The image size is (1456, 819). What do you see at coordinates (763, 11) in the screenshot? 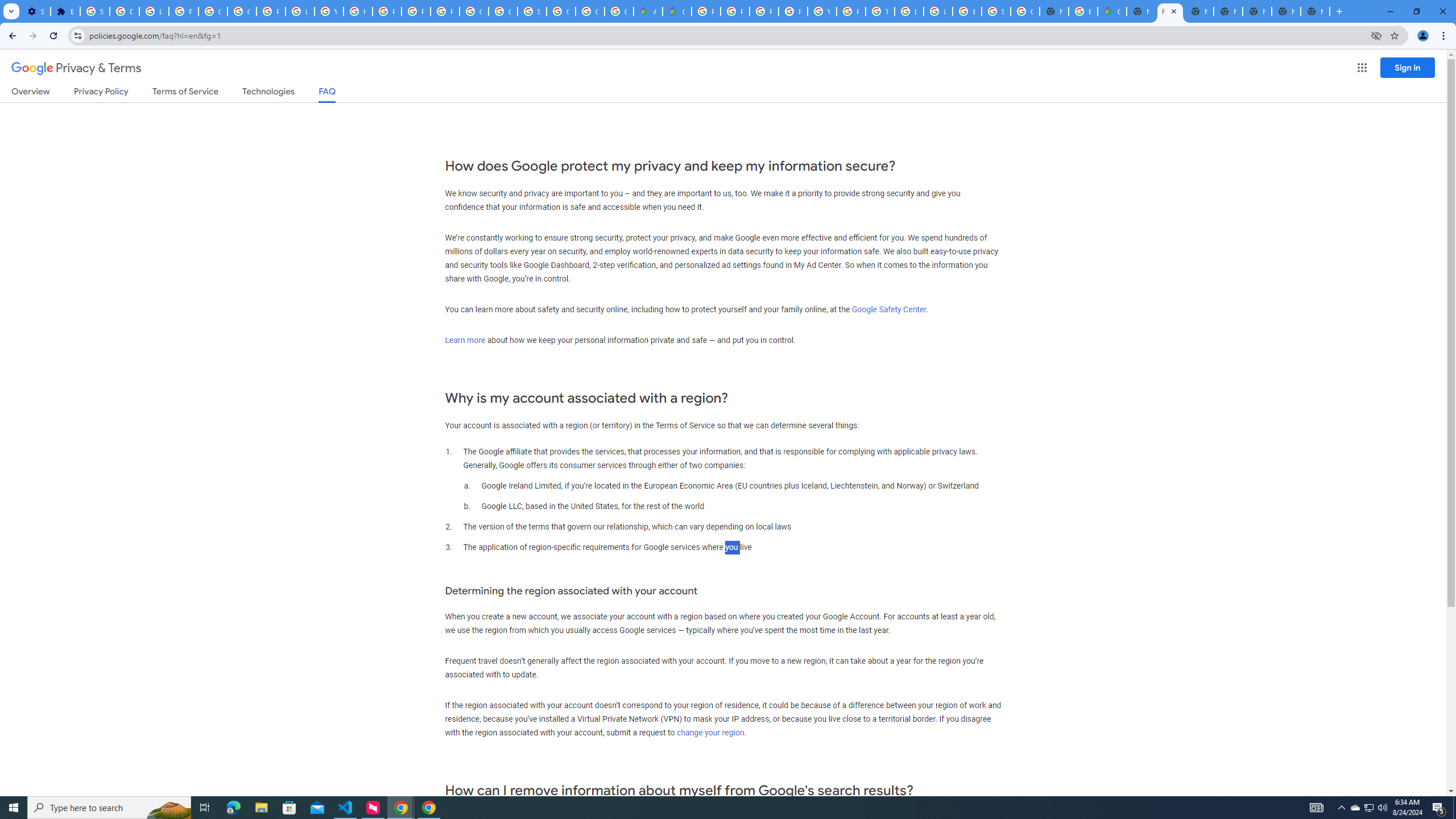
I see `'Privacy Help Center - Policies Help'` at bounding box center [763, 11].